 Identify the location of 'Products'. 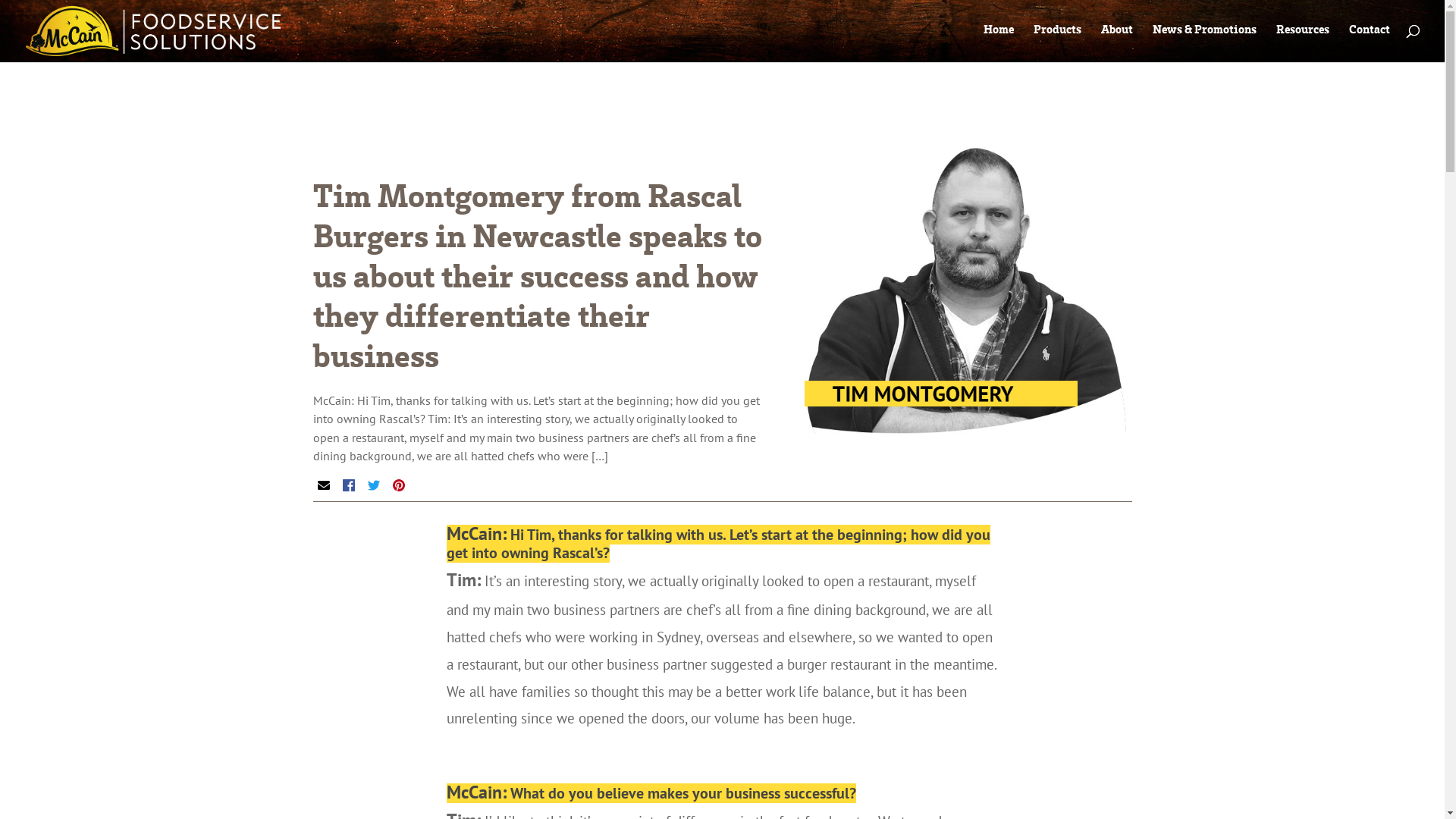
(1056, 32).